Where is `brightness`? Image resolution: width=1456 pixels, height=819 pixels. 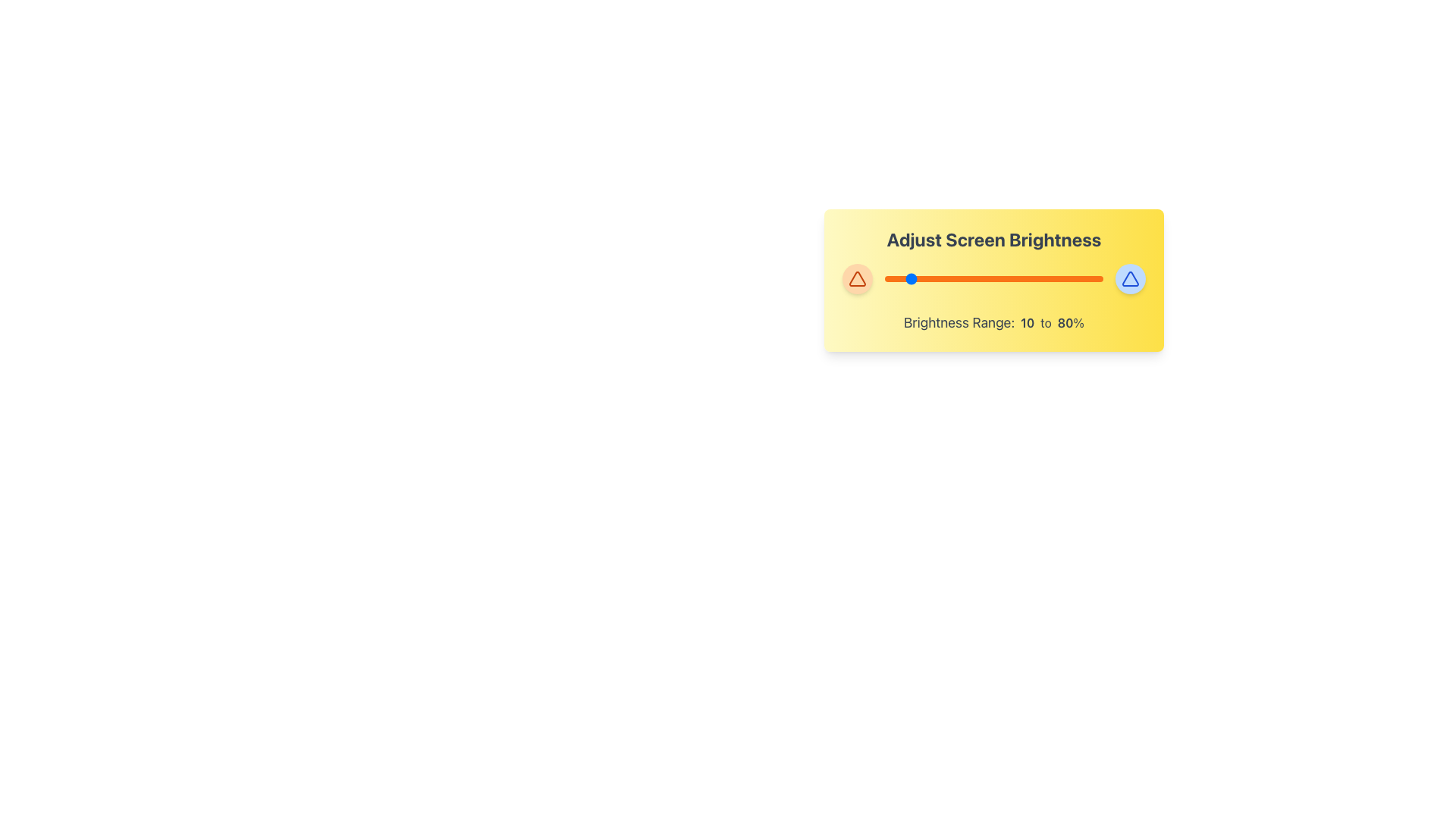
brightness is located at coordinates (924, 278).